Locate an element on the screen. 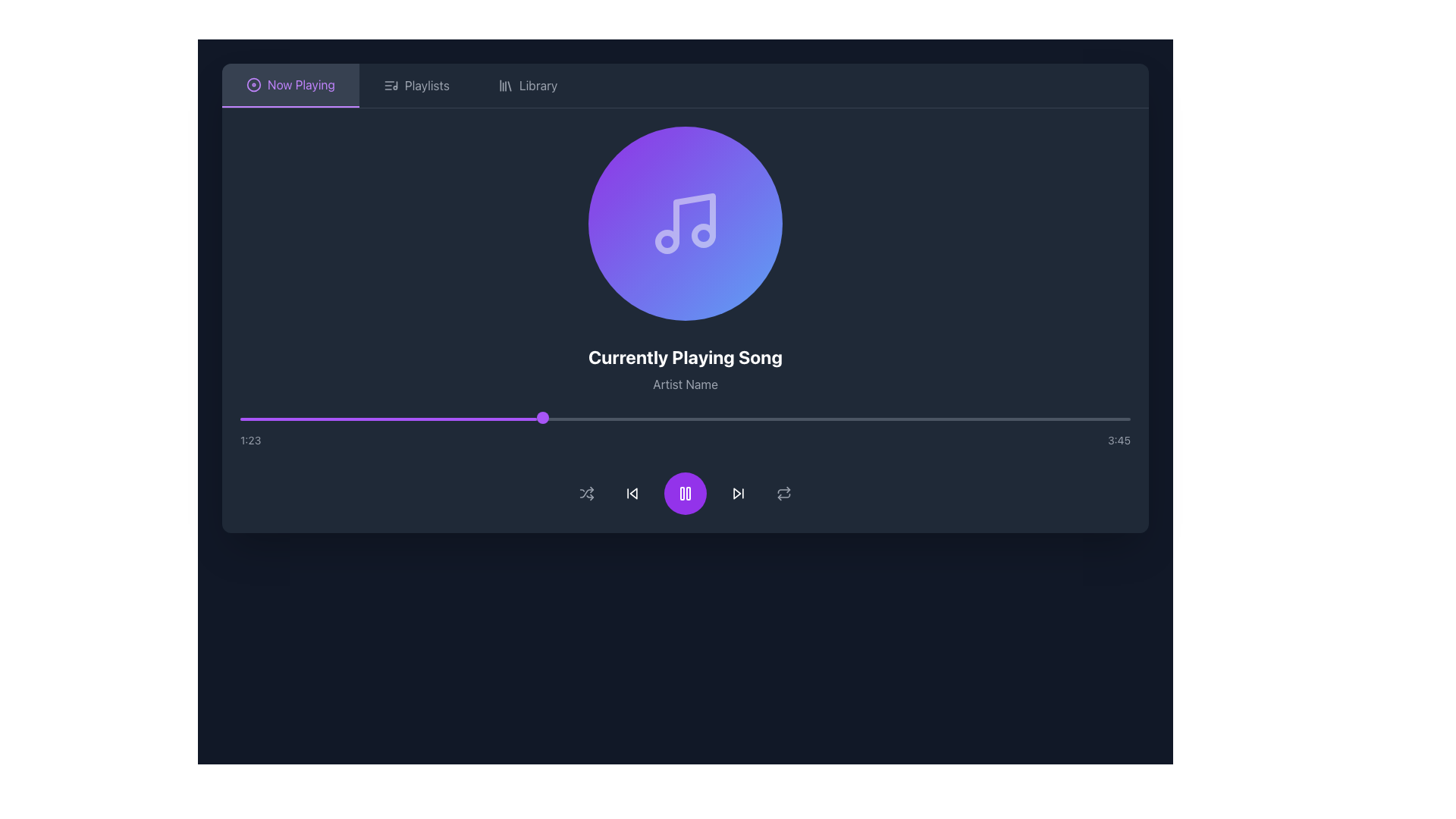 The width and height of the screenshot is (1456, 819). the rightmost decorative circle in the music note graphic within the music player interface is located at coordinates (702, 236).